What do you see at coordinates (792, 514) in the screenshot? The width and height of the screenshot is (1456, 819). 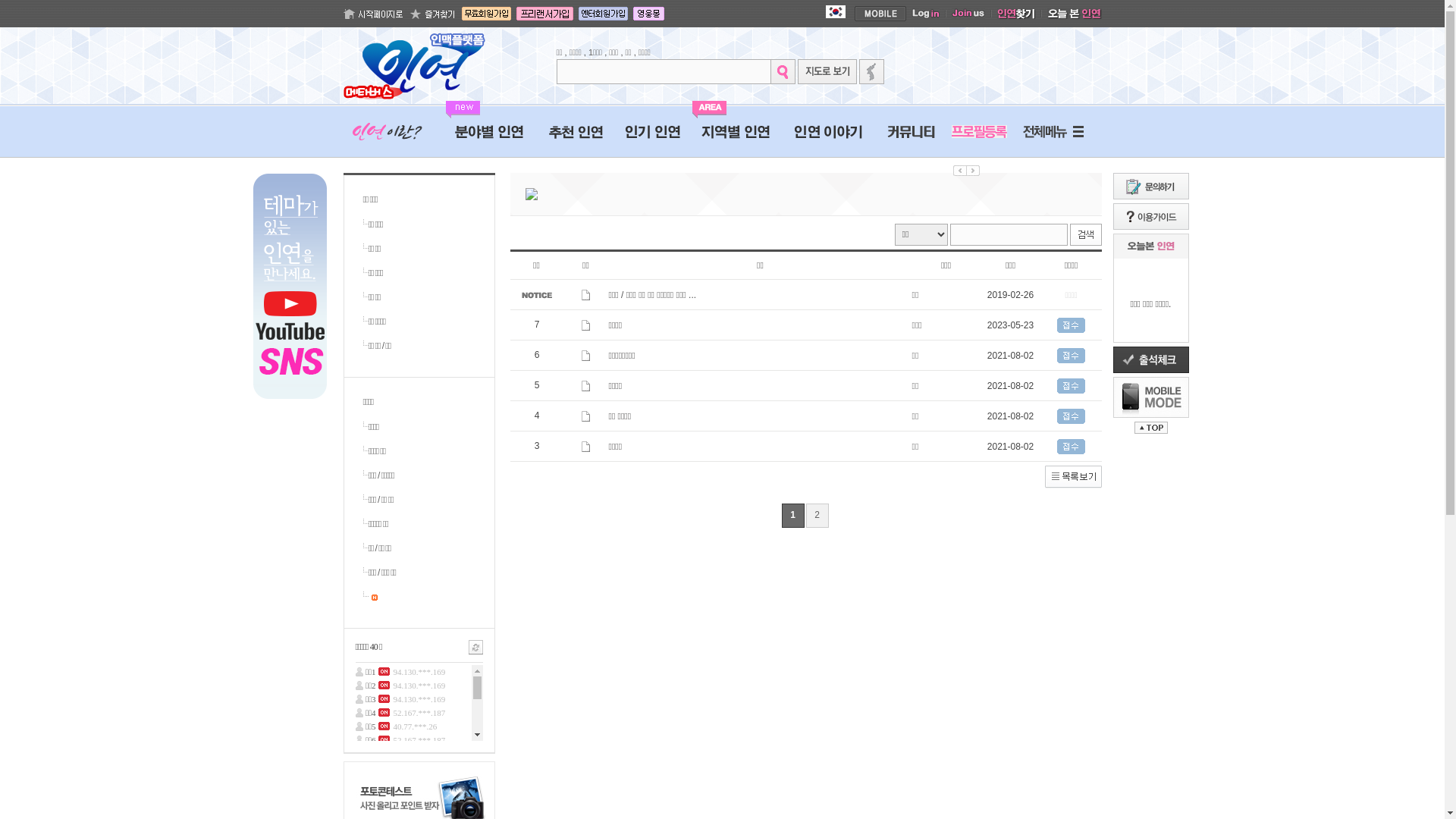 I see `'1'` at bounding box center [792, 514].